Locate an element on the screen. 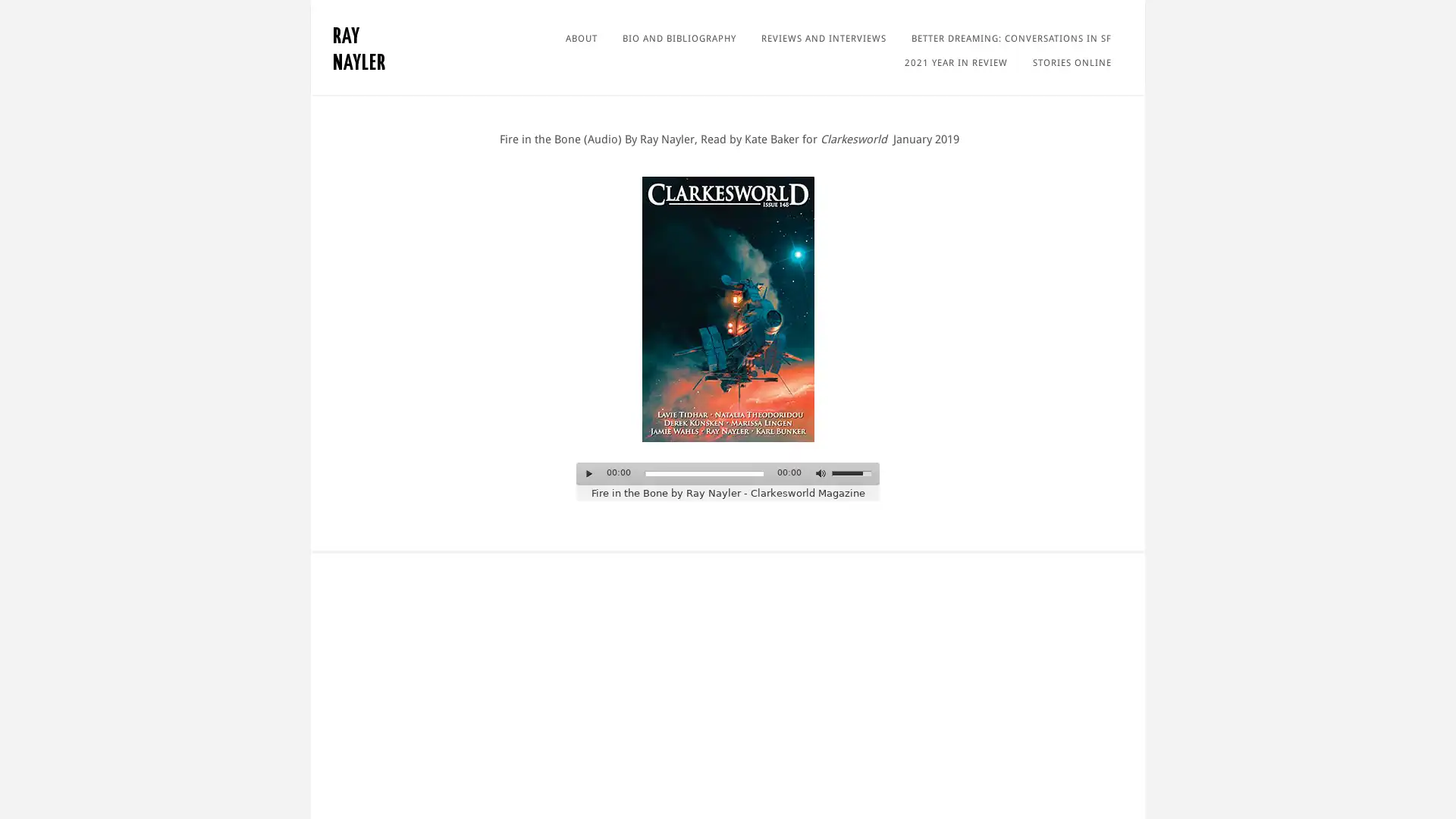 This screenshot has width=1456, height=819. Play/Pause is located at coordinates (588, 472).